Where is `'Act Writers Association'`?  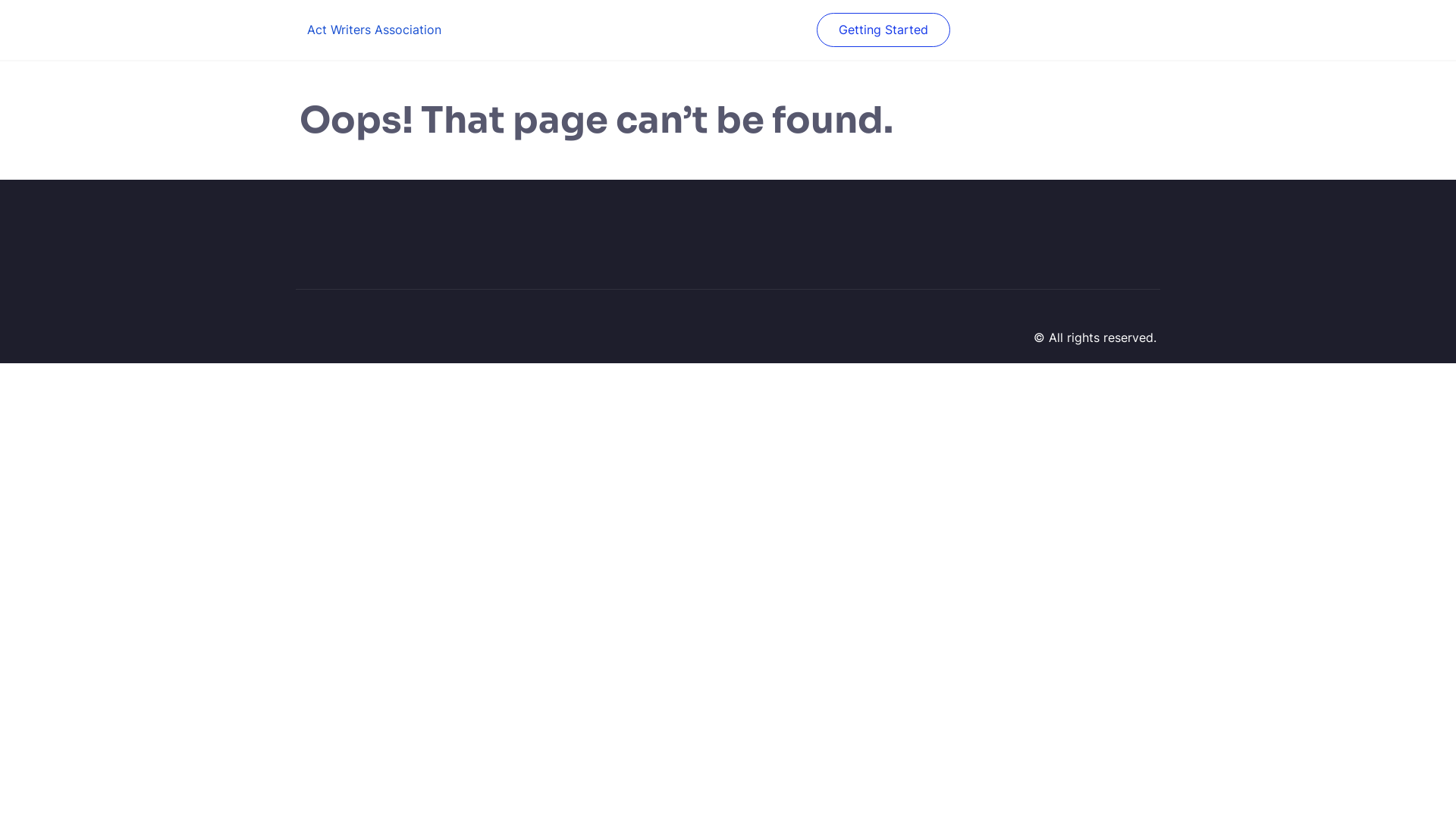 'Act Writers Association' is located at coordinates (374, 29).